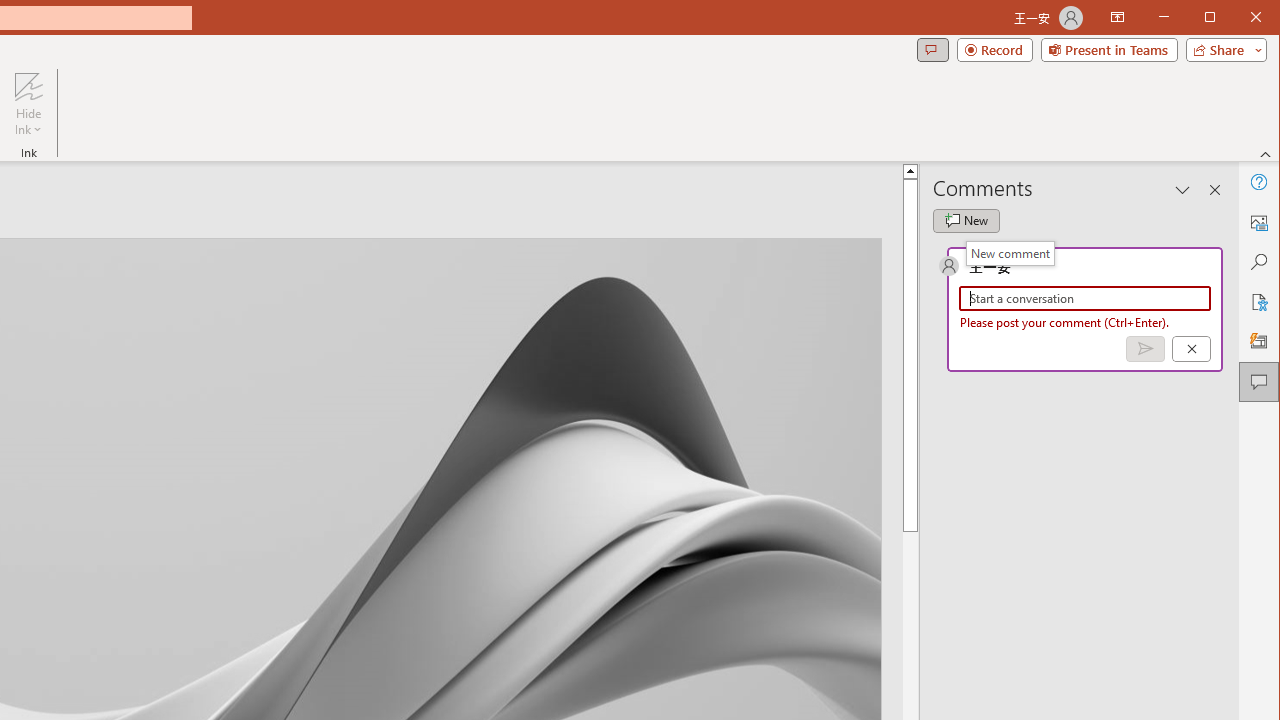 The width and height of the screenshot is (1280, 720). I want to click on 'Accessibility', so click(1257, 302).